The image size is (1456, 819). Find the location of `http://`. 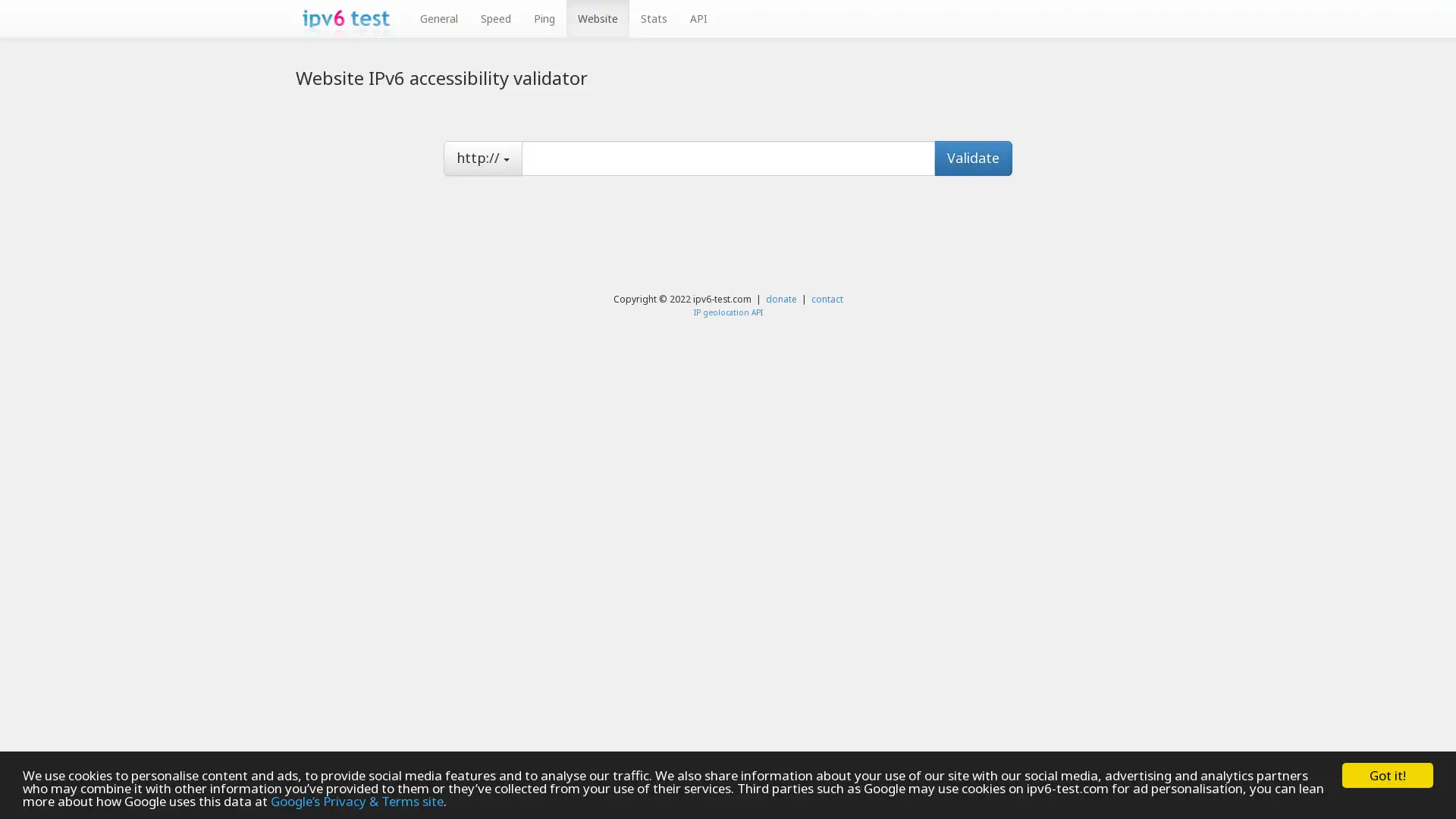

http:// is located at coordinates (482, 158).